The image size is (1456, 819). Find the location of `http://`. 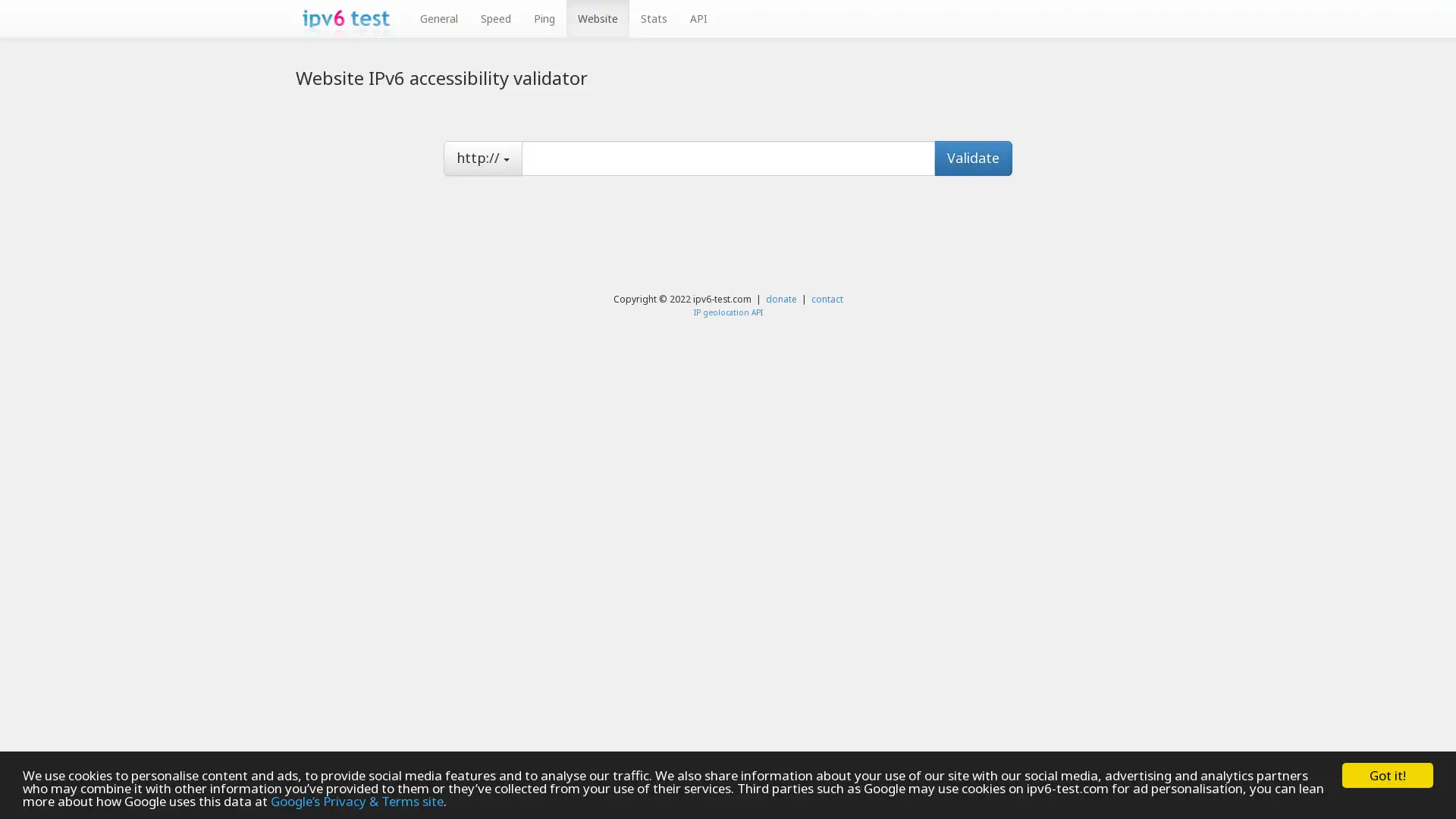

http:// is located at coordinates (482, 158).